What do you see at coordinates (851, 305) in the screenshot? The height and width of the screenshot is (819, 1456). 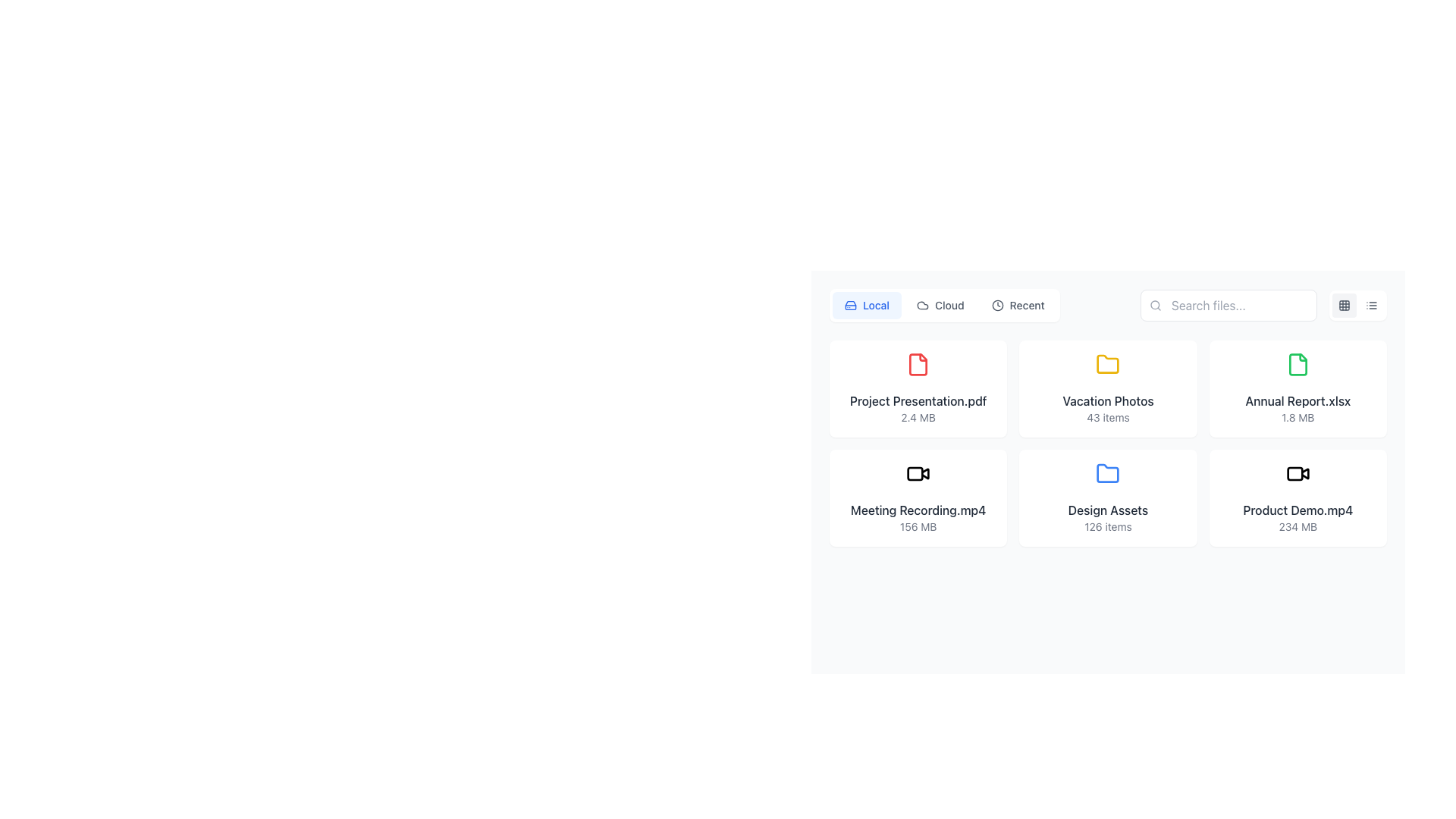 I see `the hard drive icon outlined with a stroke, located in the upper section of the interface near the 'Local,' 'Cloud,' and 'Recent' tabs` at bounding box center [851, 305].